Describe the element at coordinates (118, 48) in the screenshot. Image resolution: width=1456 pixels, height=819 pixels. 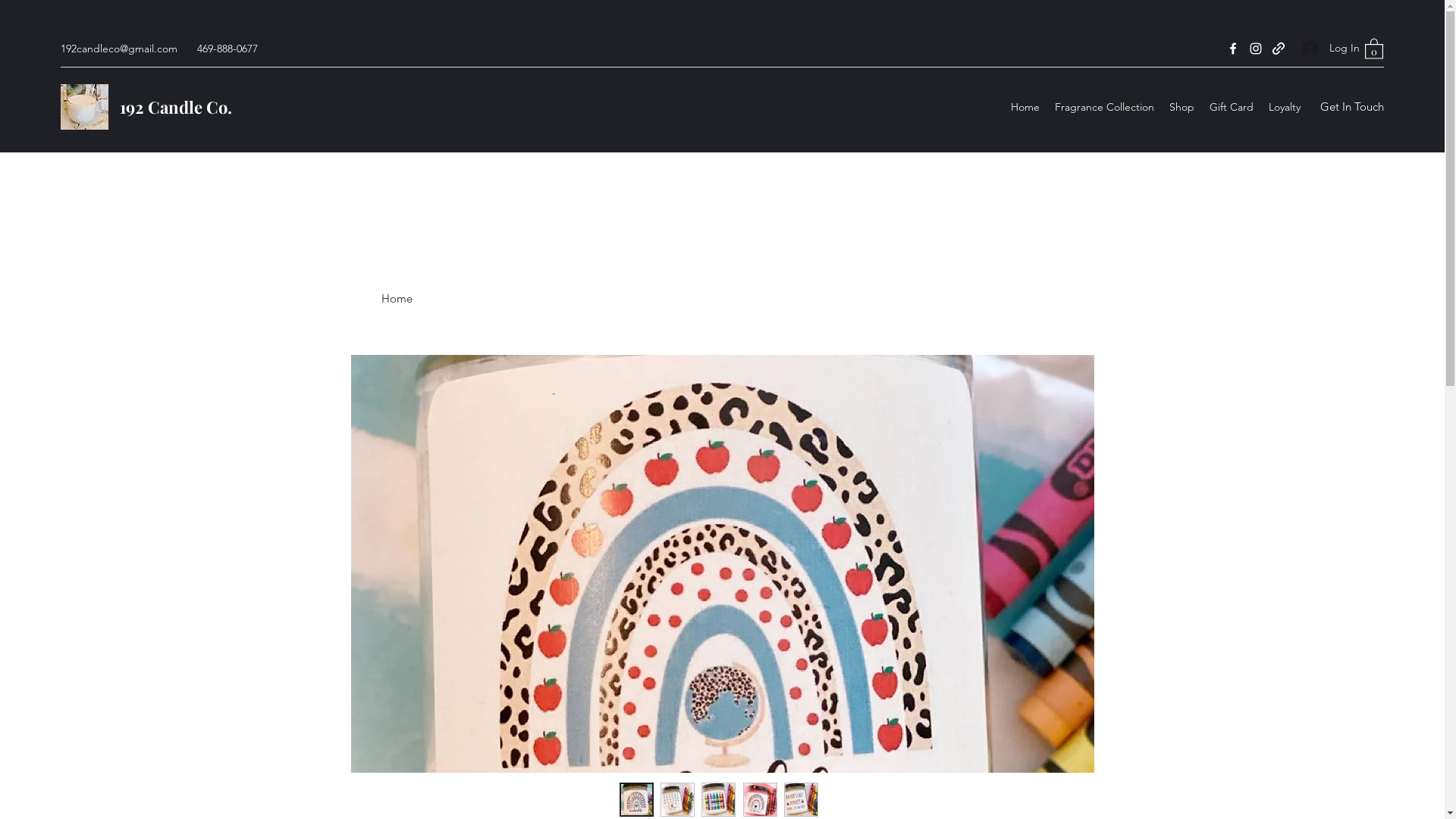
I see `'192candleco@gmail.com'` at that location.